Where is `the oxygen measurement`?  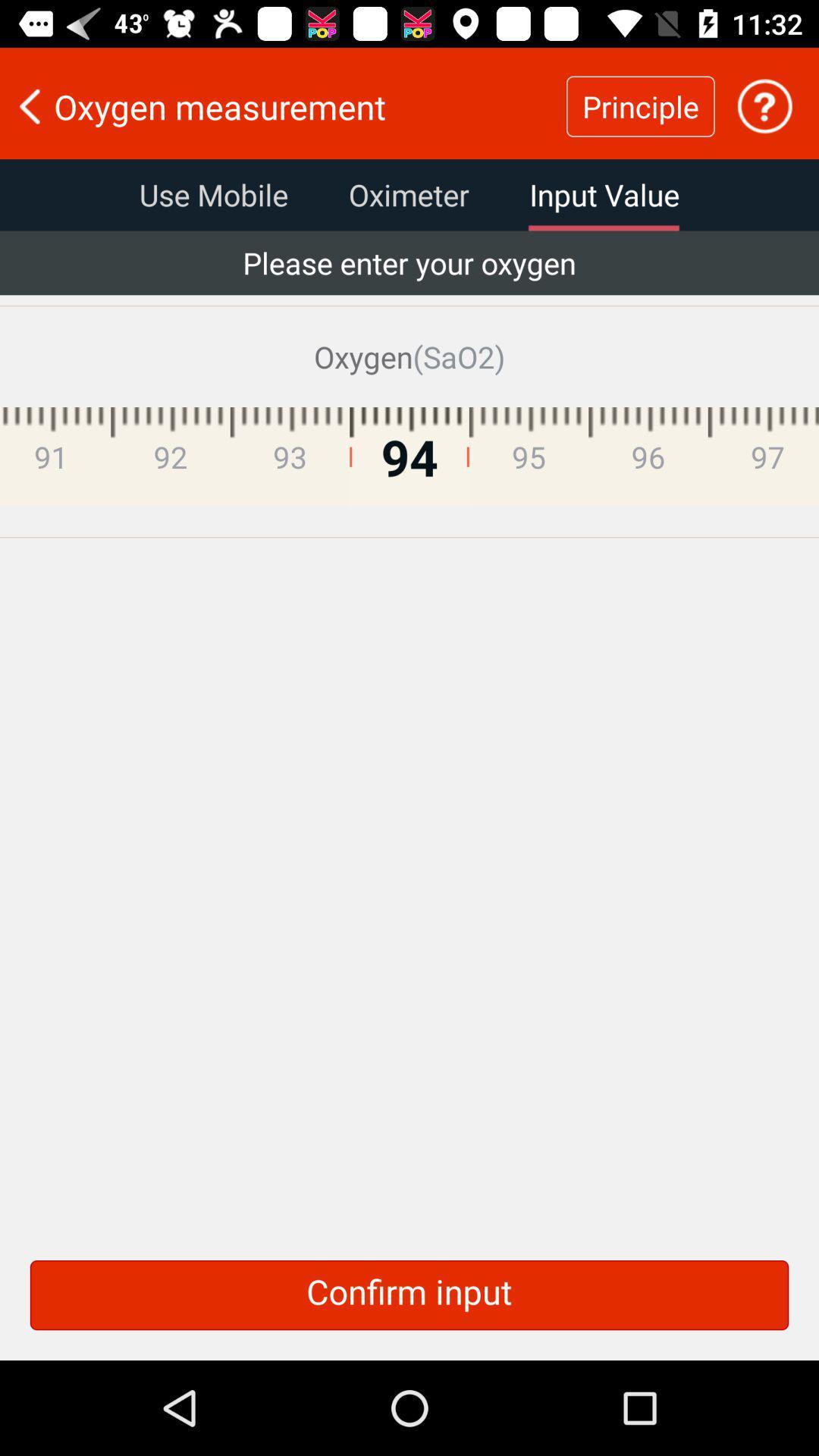 the oxygen measurement is located at coordinates (283, 105).